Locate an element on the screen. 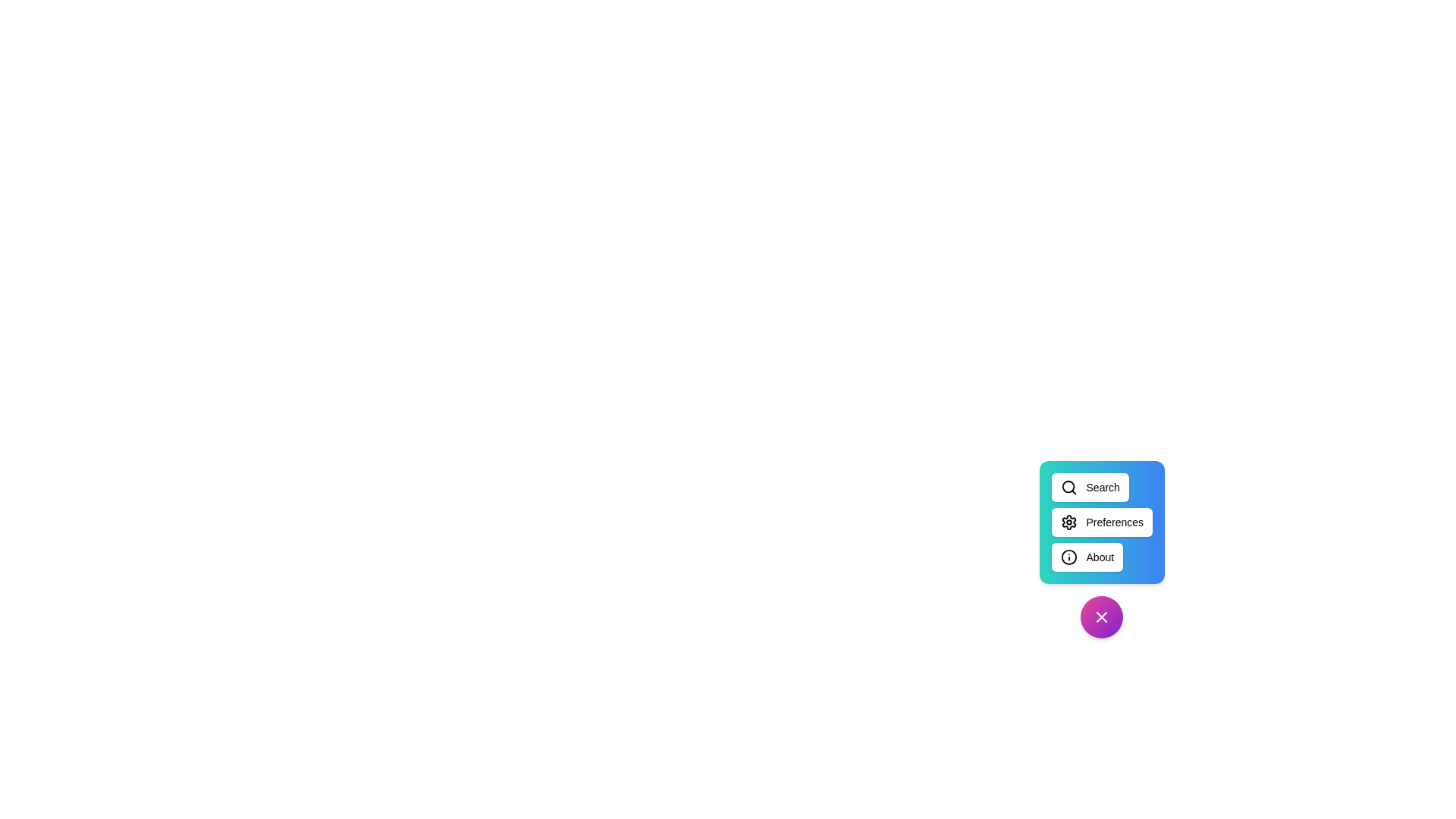  the 'Preferences' button to open the preferences menu is located at coordinates (1102, 522).